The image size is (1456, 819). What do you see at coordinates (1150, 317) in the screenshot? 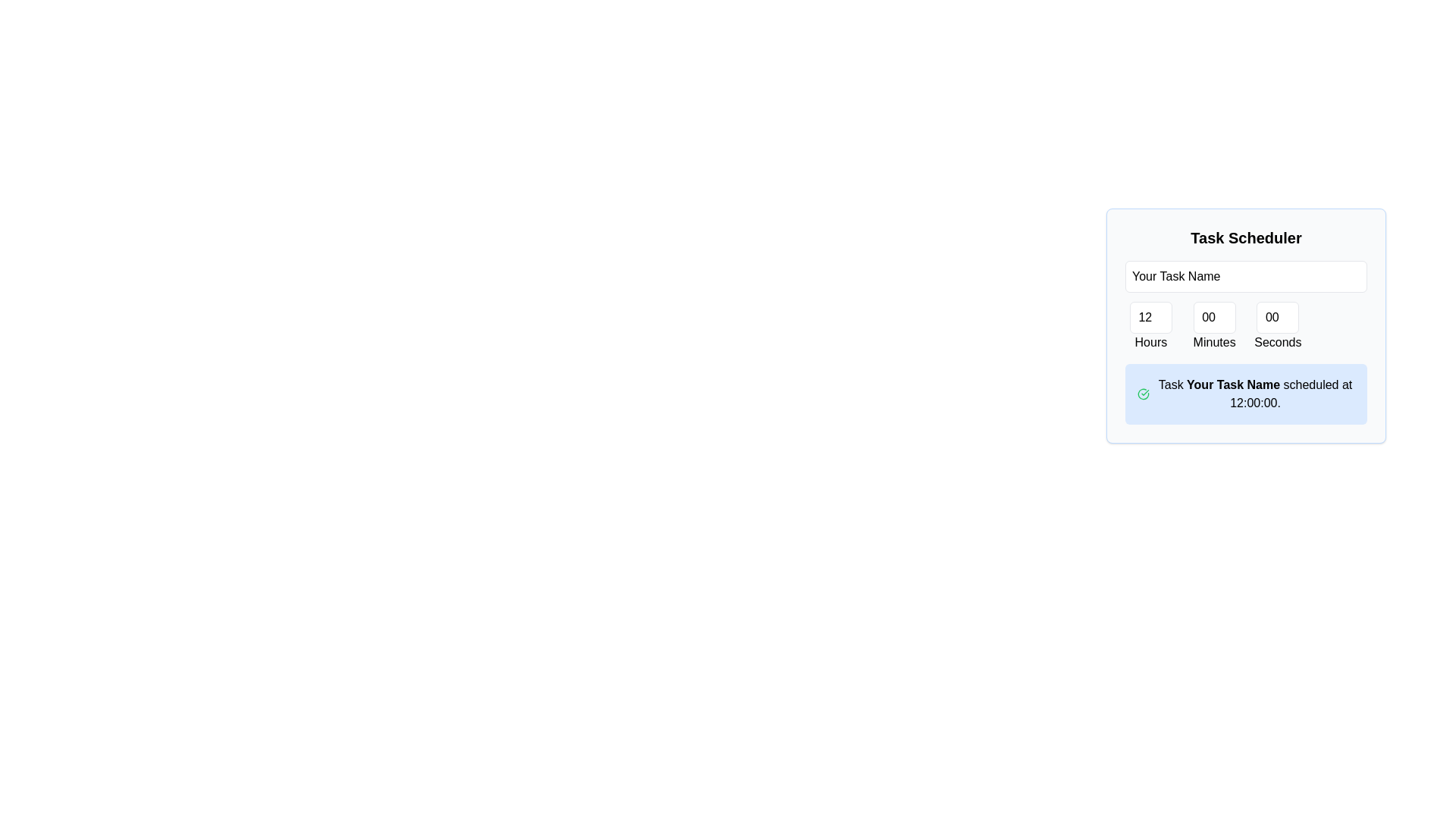
I see `the numeric input box for hours to focus on it` at bounding box center [1150, 317].